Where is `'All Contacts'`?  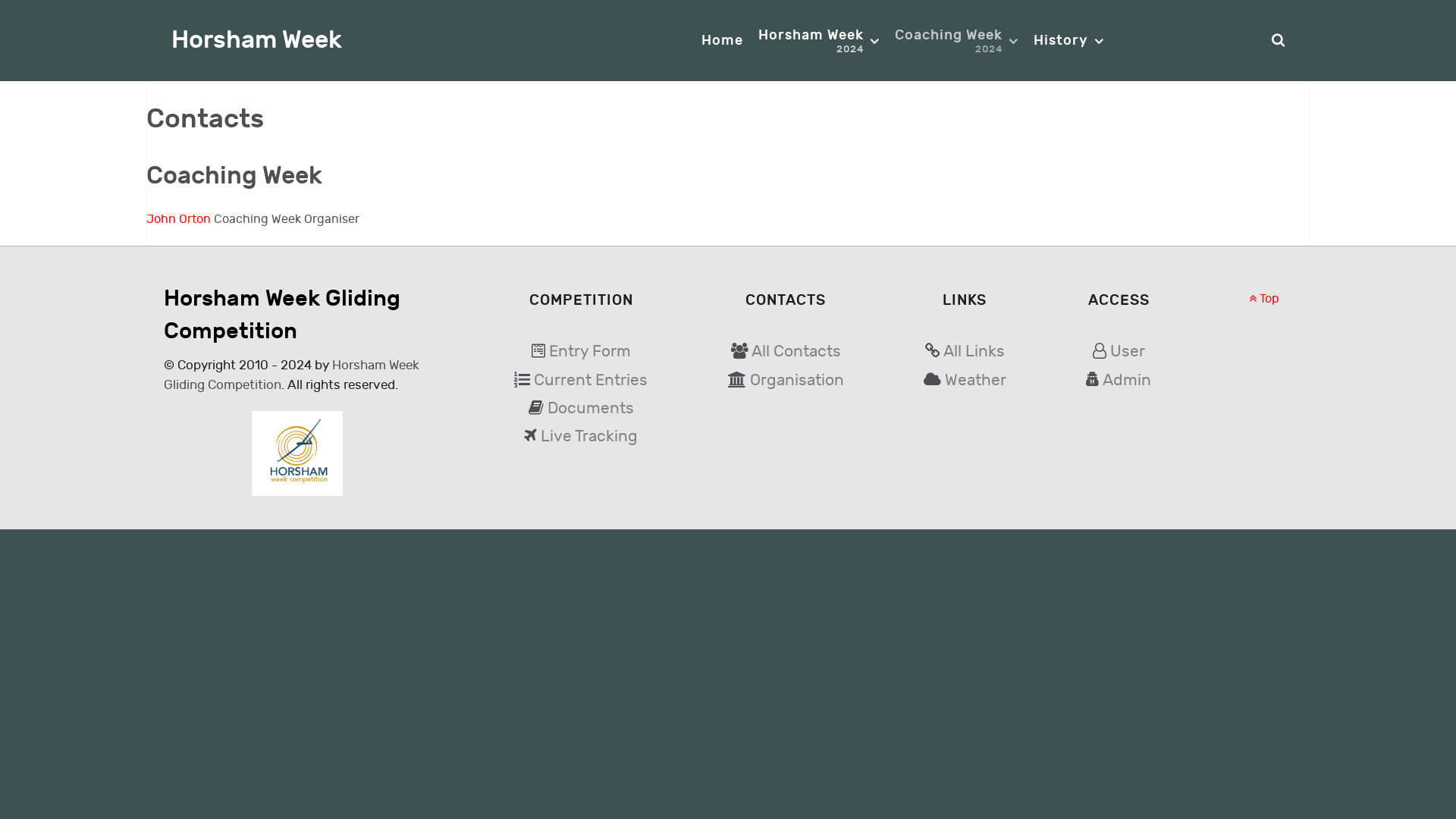 'All Contacts' is located at coordinates (795, 351).